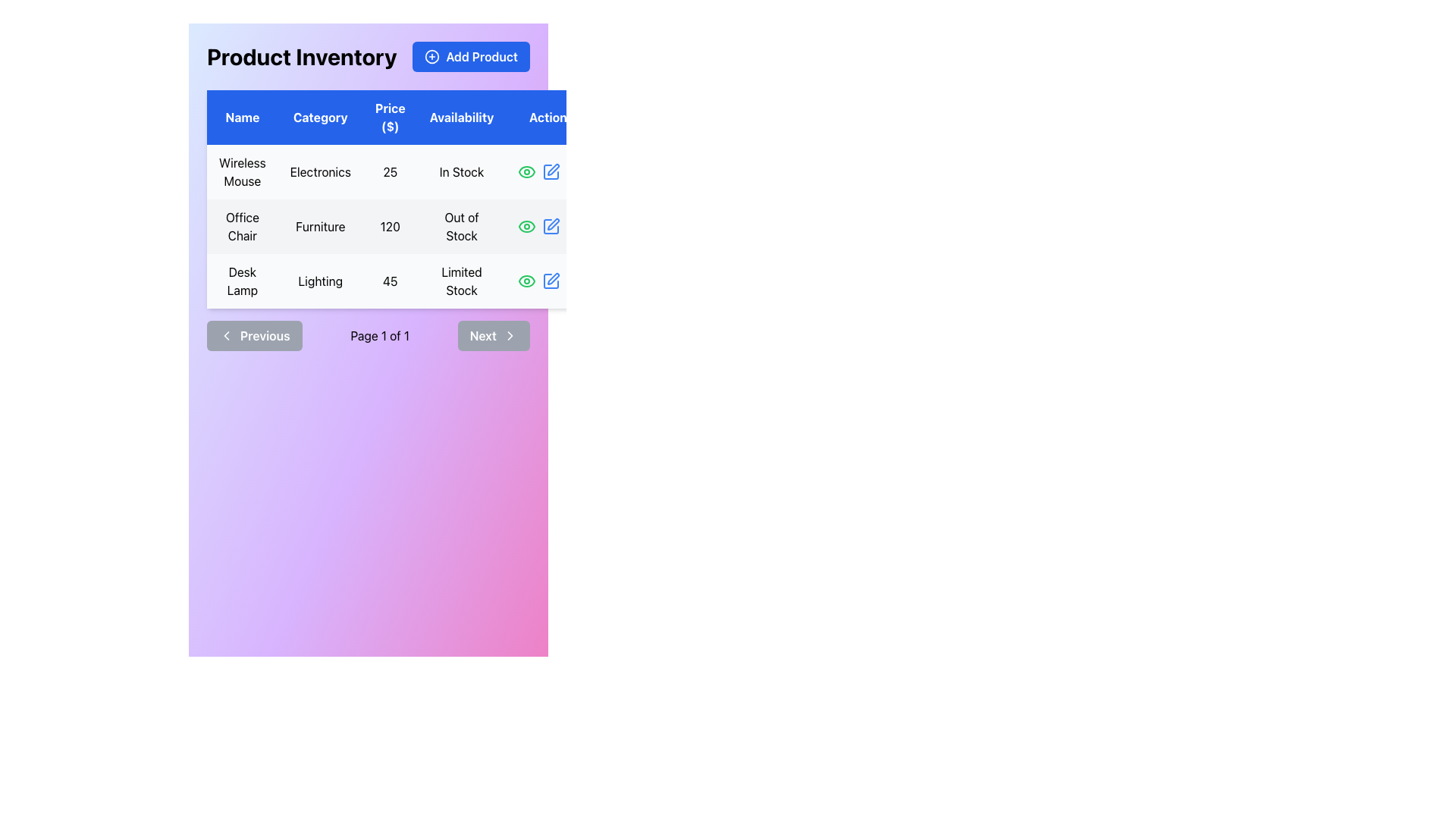 This screenshot has width=1456, height=819. What do you see at coordinates (225, 335) in the screenshot?
I see `the chevron icon located in the 'Previous' button at the bottom-left corner of the interface` at bounding box center [225, 335].